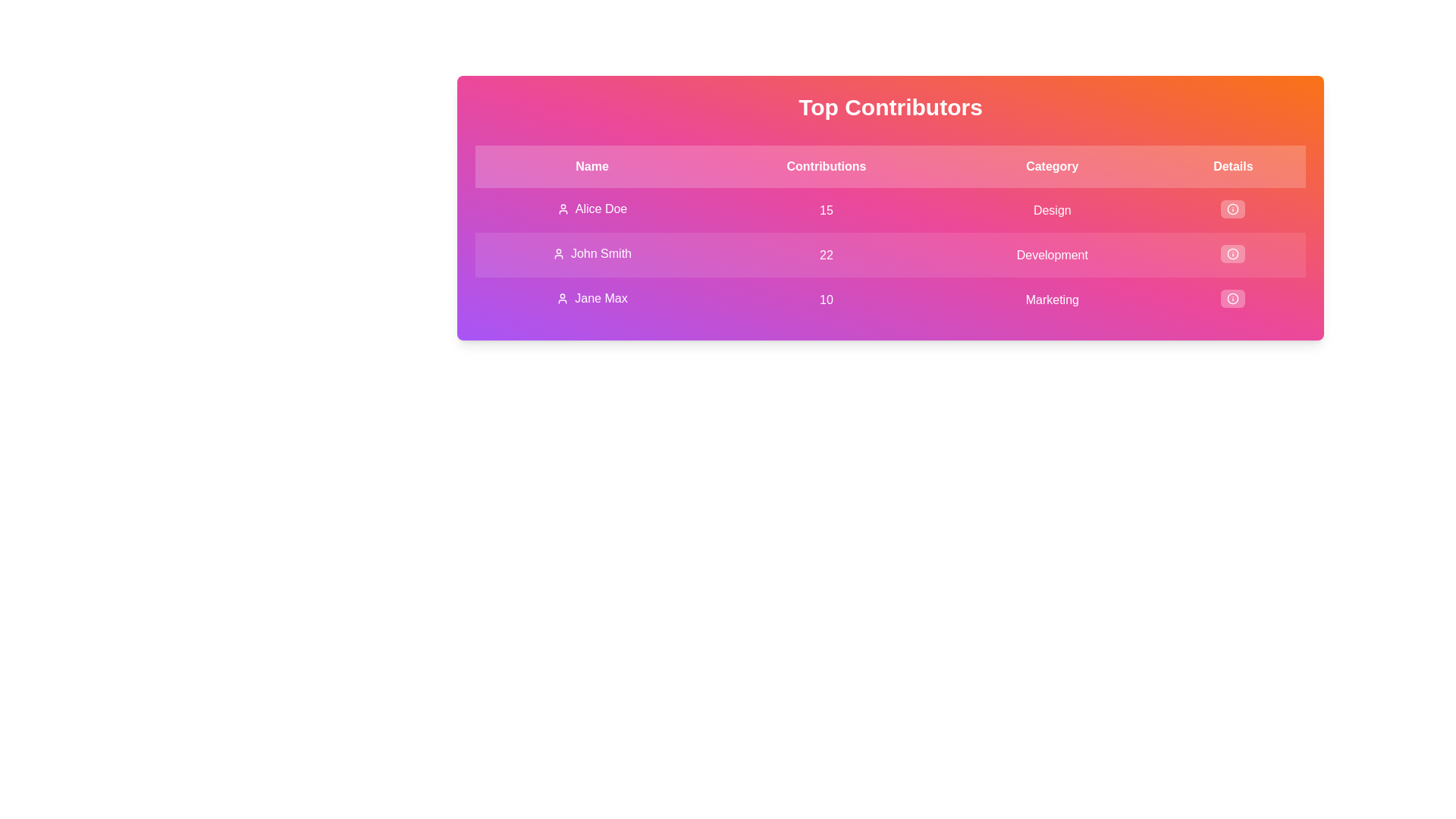 This screenshot has width=1456, height=819. Describe the element at coordinates (591, 209) in the screenshot. I see `the Text with Icon element displaying the contributor's name in the first row of the table, located in the 'Name' column` at that location.